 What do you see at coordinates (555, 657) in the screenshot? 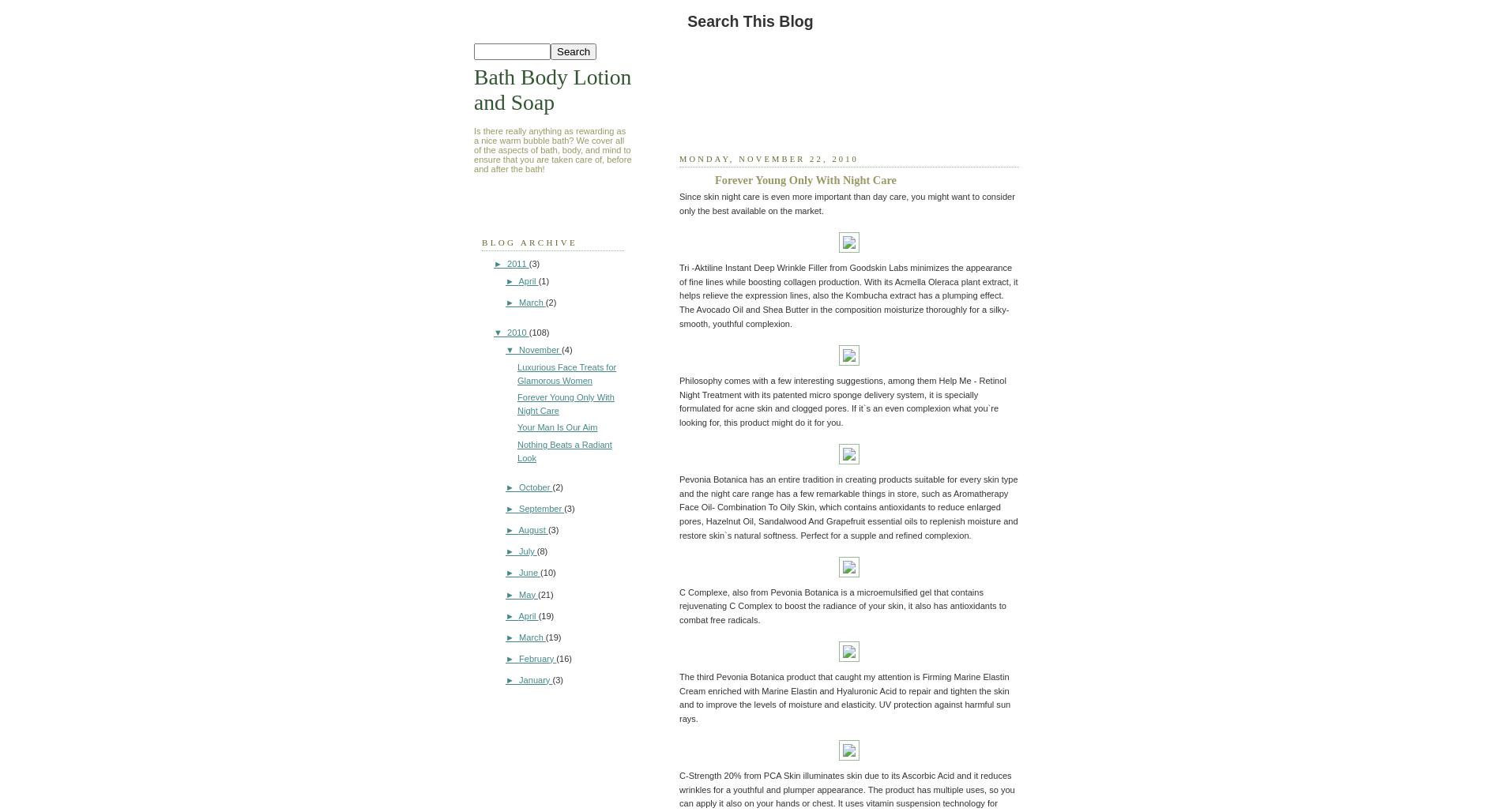
I see `'(16)'` at bounding box center [555, 657].